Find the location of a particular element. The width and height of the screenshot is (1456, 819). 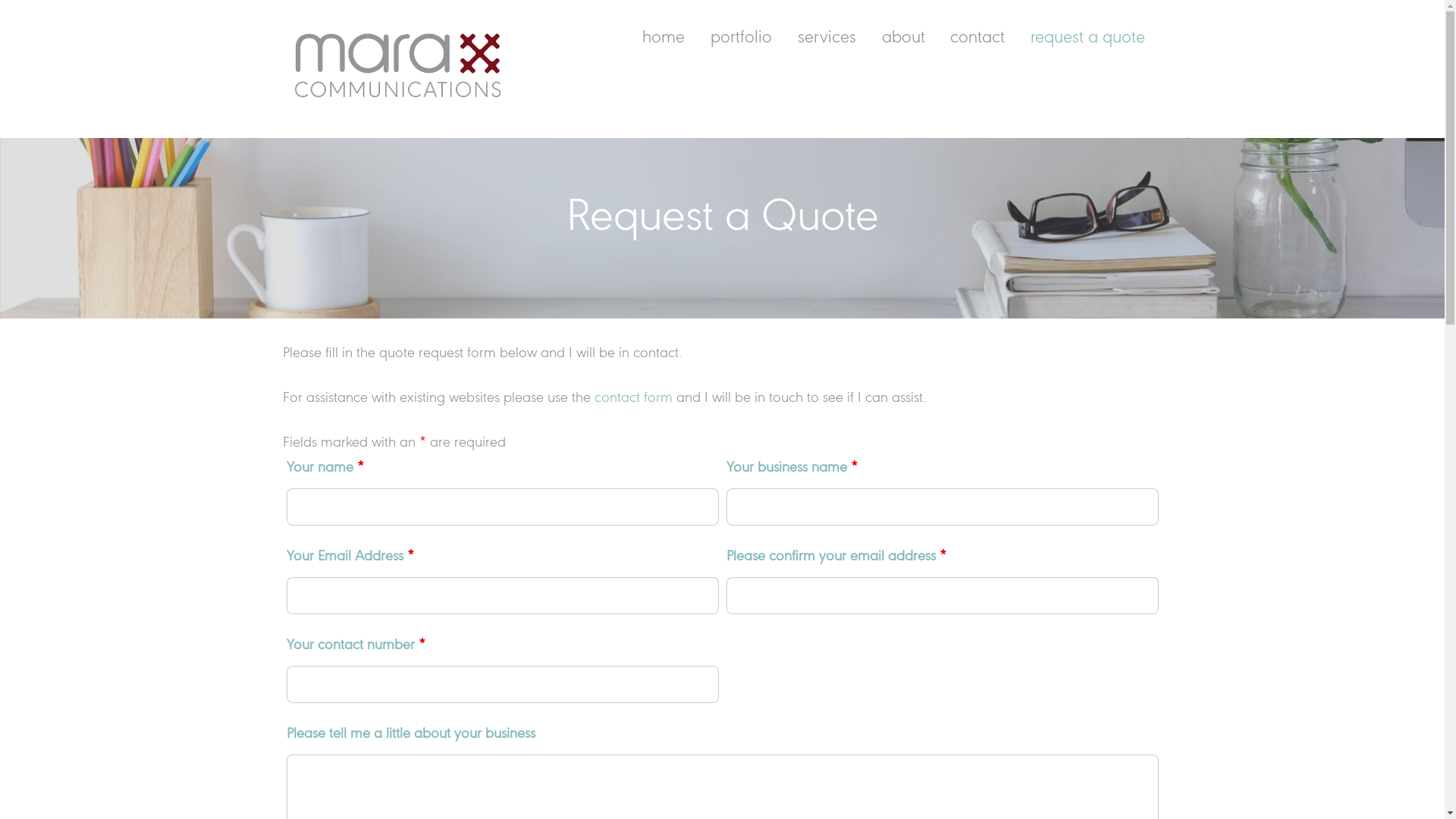

'about' is located at coordinates (902, 37).